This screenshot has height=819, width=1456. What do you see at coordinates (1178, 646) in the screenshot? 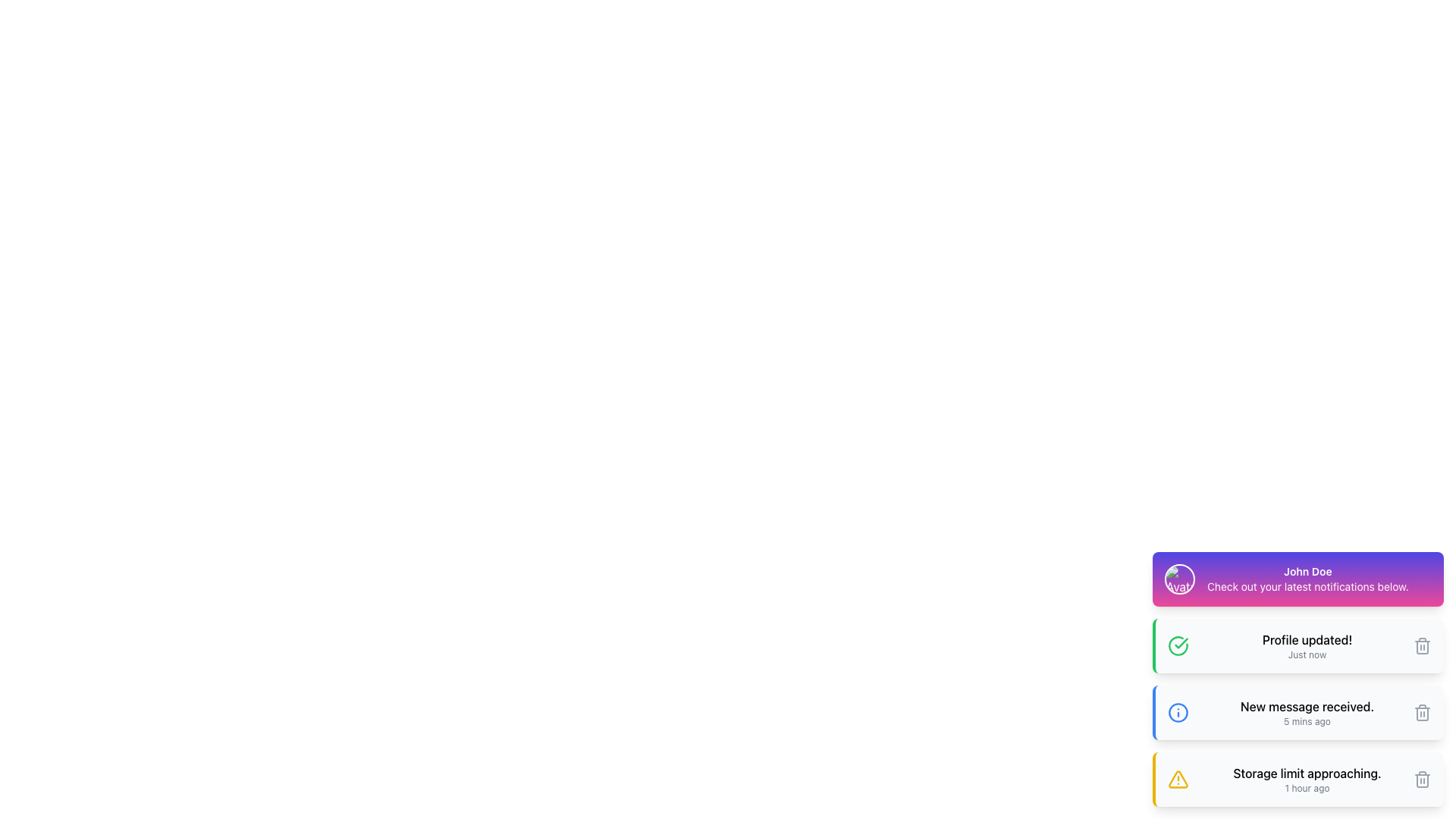
I see `the confirmation status icon located in the 'Profile updated!' notification box, positioned to the far left adjacent to the notification text` at bounding box center [1178, 646].